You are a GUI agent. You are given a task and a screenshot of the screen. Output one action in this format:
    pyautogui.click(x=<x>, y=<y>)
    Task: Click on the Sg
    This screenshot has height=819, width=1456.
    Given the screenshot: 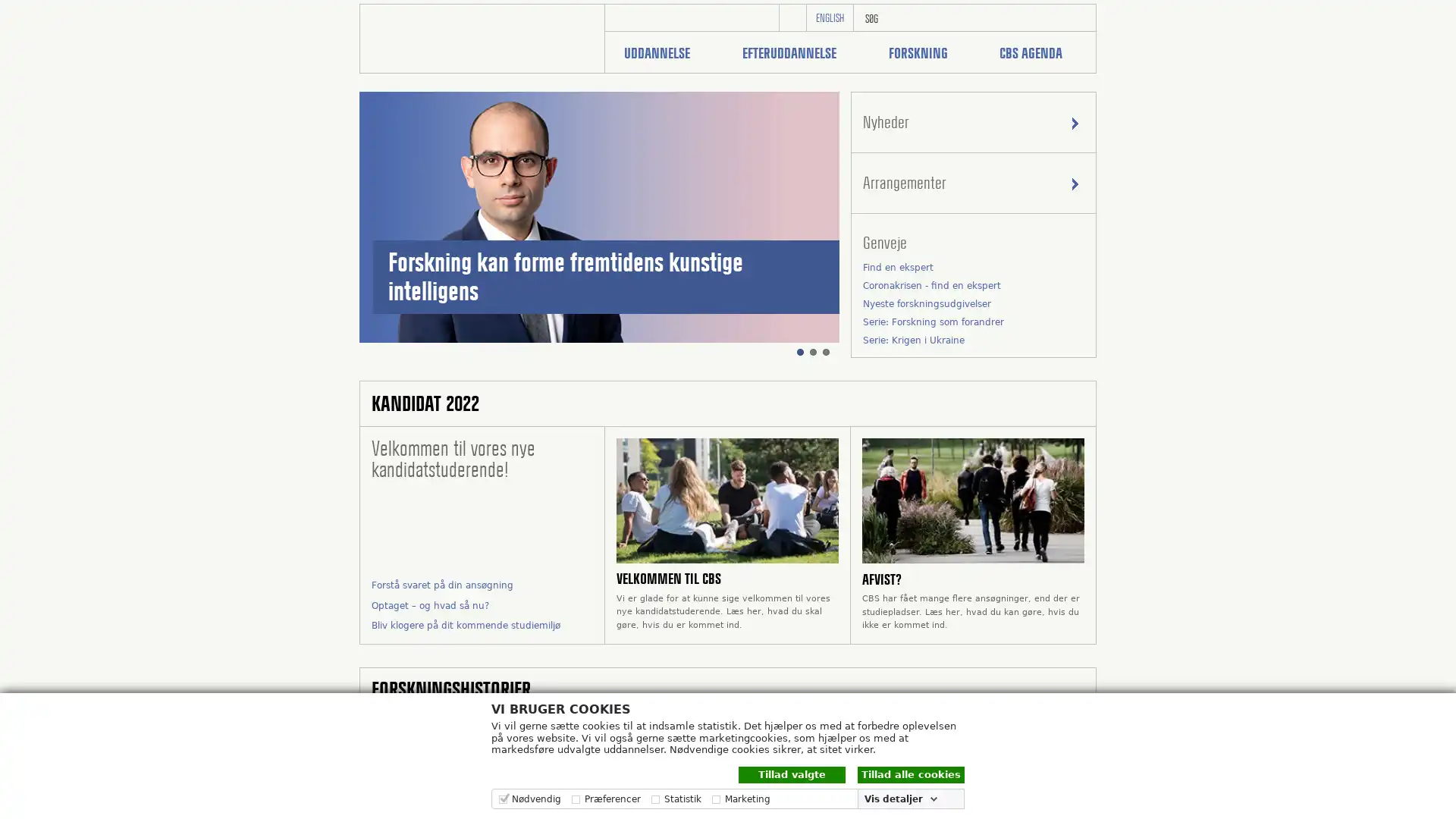 What is the action you would take?
    pyautogui.click(x=1077, y=17)
    